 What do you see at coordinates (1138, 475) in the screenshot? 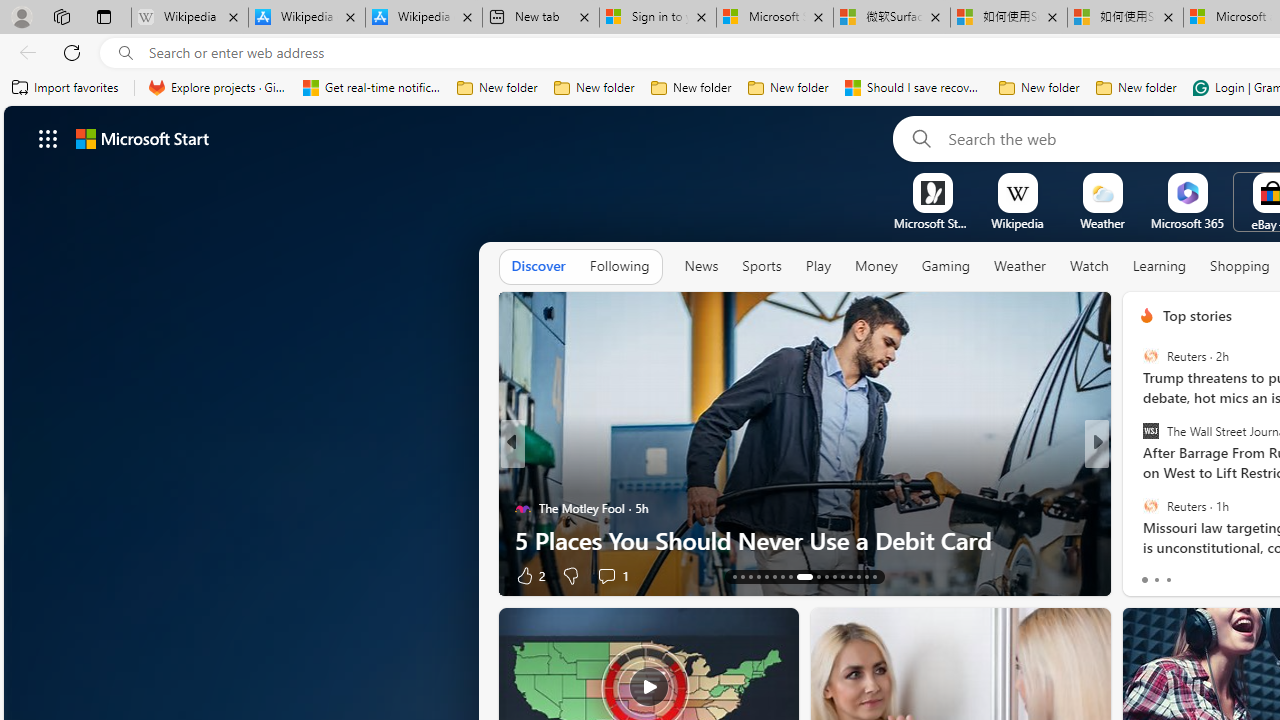
I see `'HowToGeek'` at bounding box center [1138, 475].